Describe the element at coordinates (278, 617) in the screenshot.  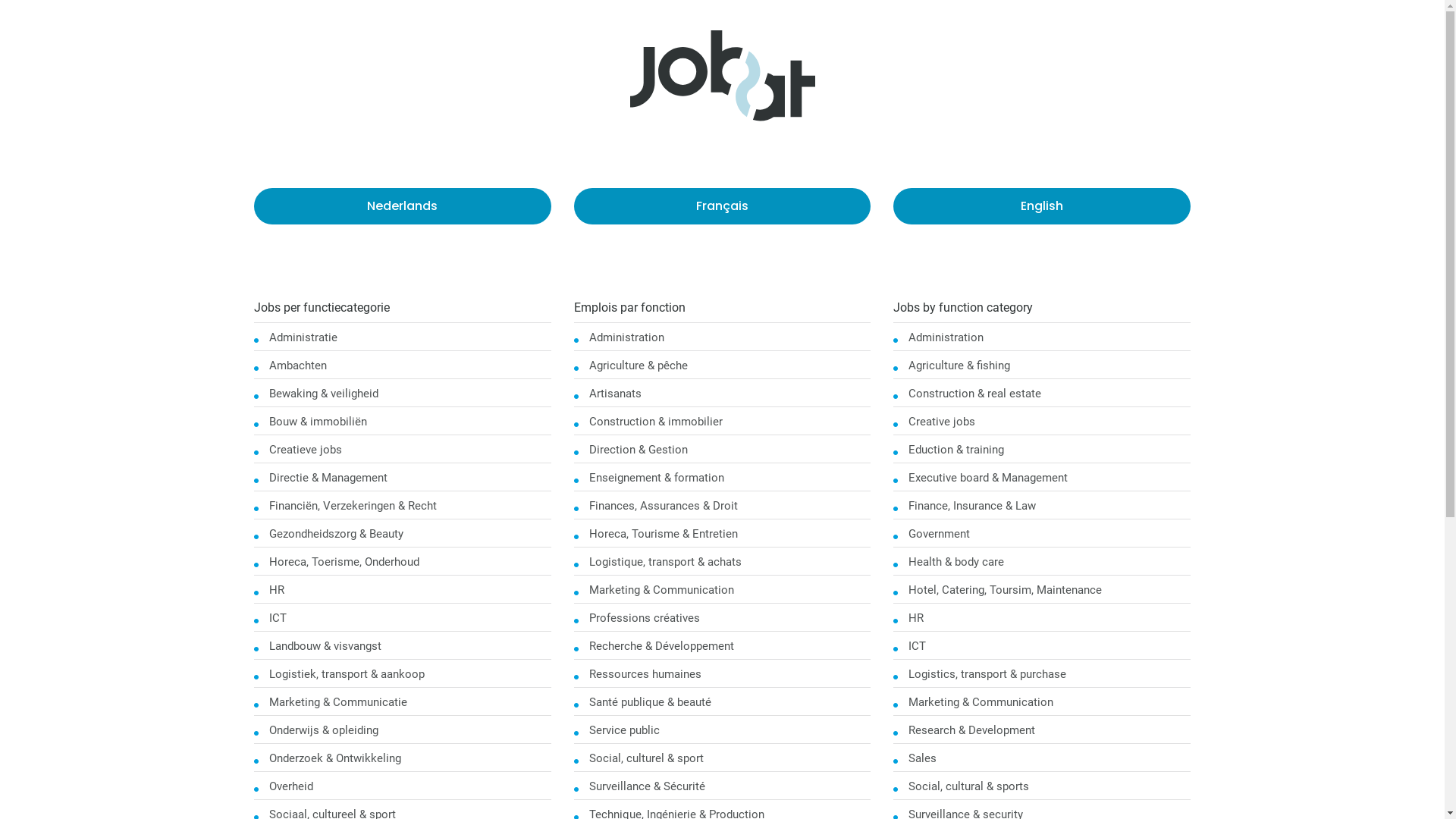
I see `'ICT'` at that location.